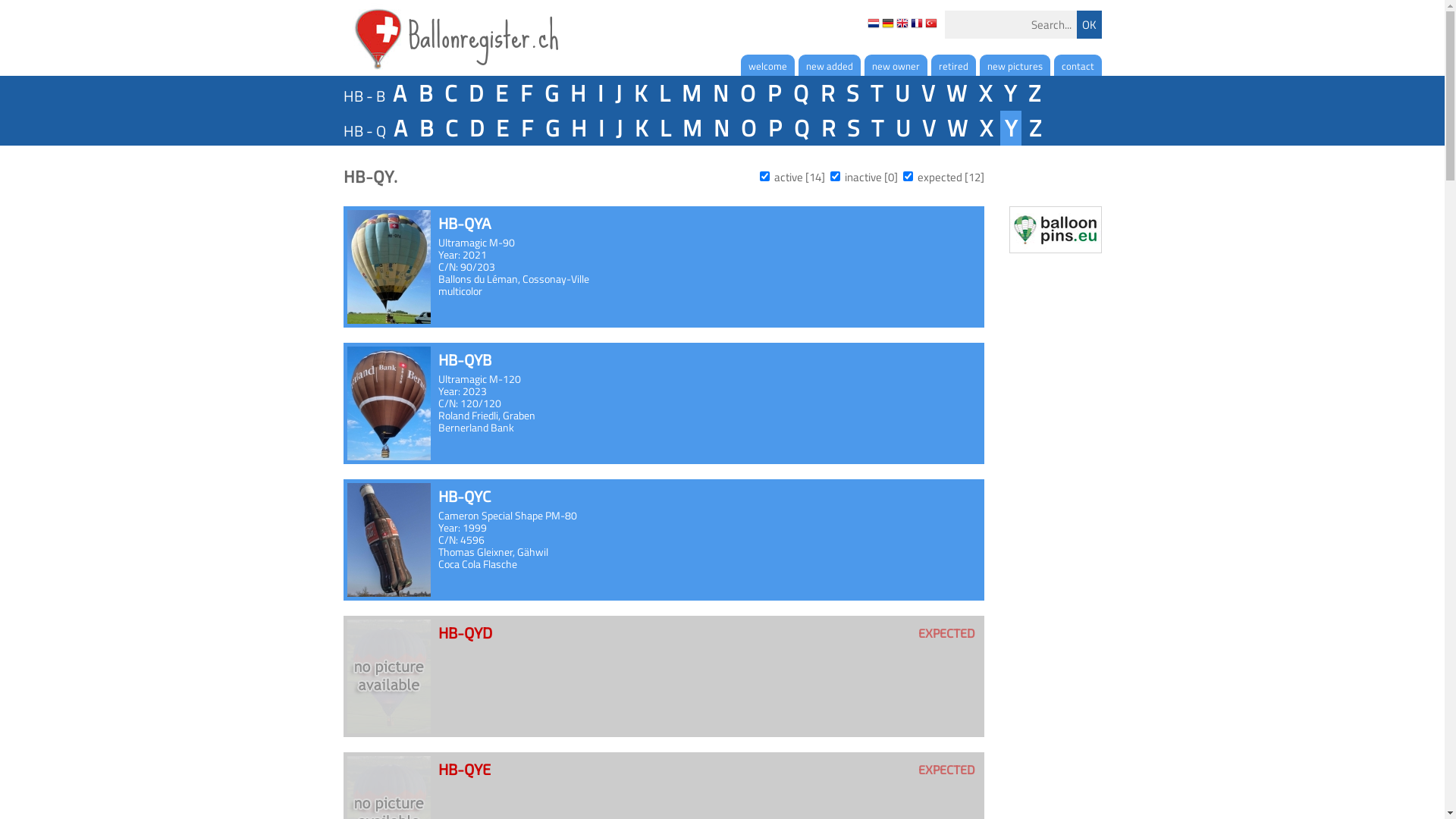 This screenshot has width=1456, height=819. Describe the element at coordinates (896, 64) in the screenshot. I see `'new owner'` at that location.